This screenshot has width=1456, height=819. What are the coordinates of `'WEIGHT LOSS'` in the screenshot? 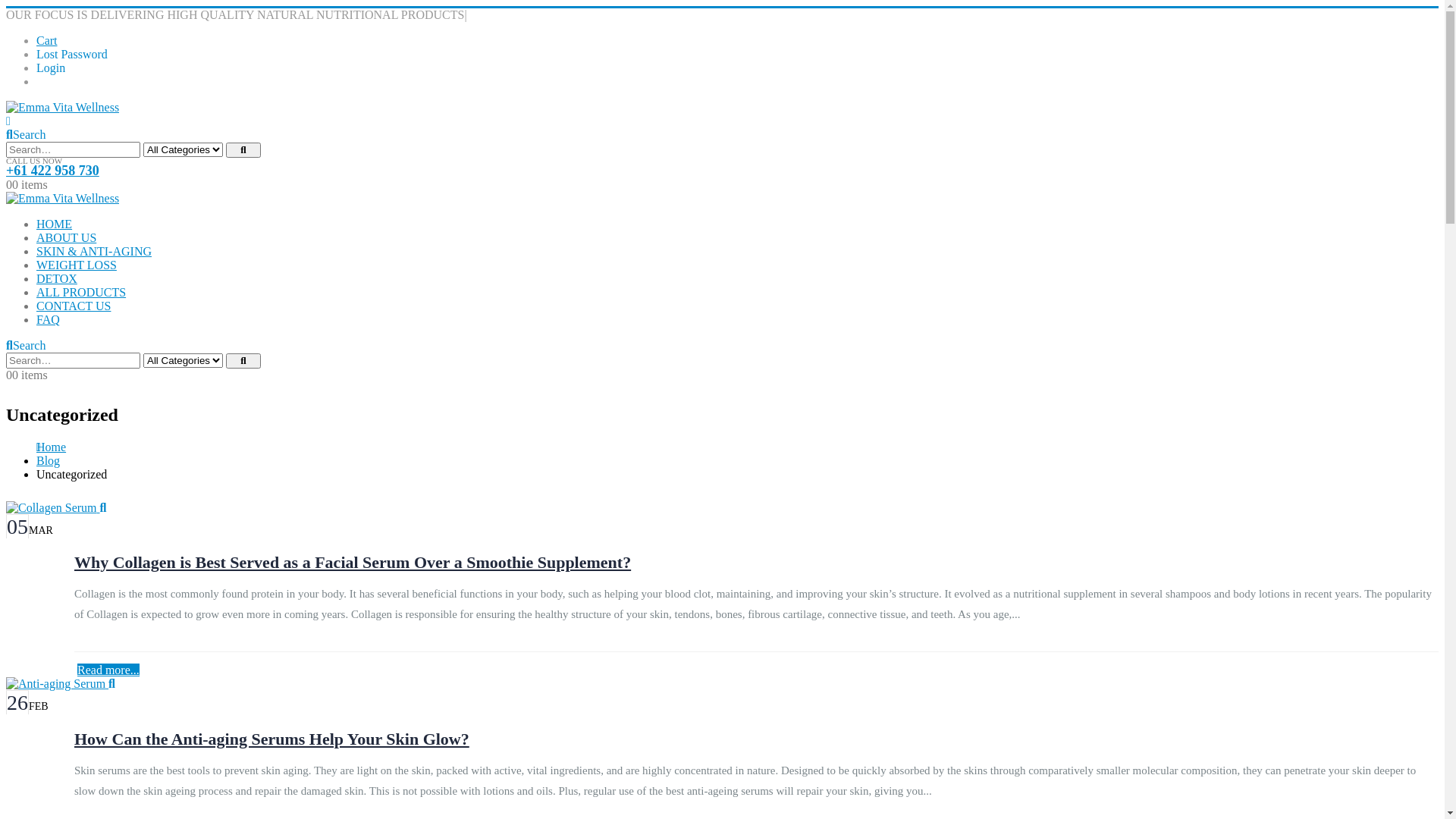 It's located at (75, 264).